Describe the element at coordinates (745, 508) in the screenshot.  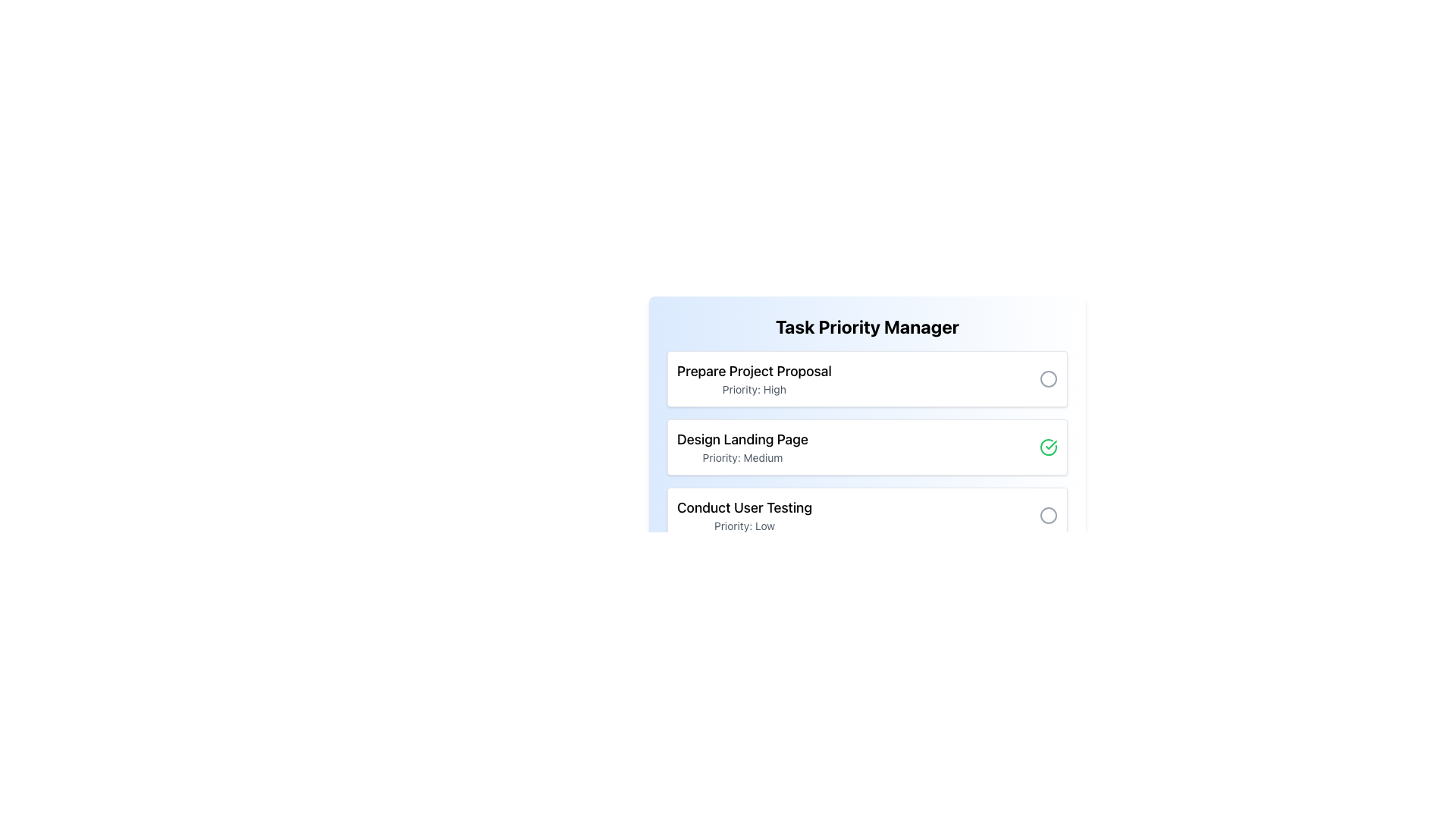
I see `the Static Text element located in the third task panel of the 'Task Priority Manager' interface, which identifies the respective task item` at that location.